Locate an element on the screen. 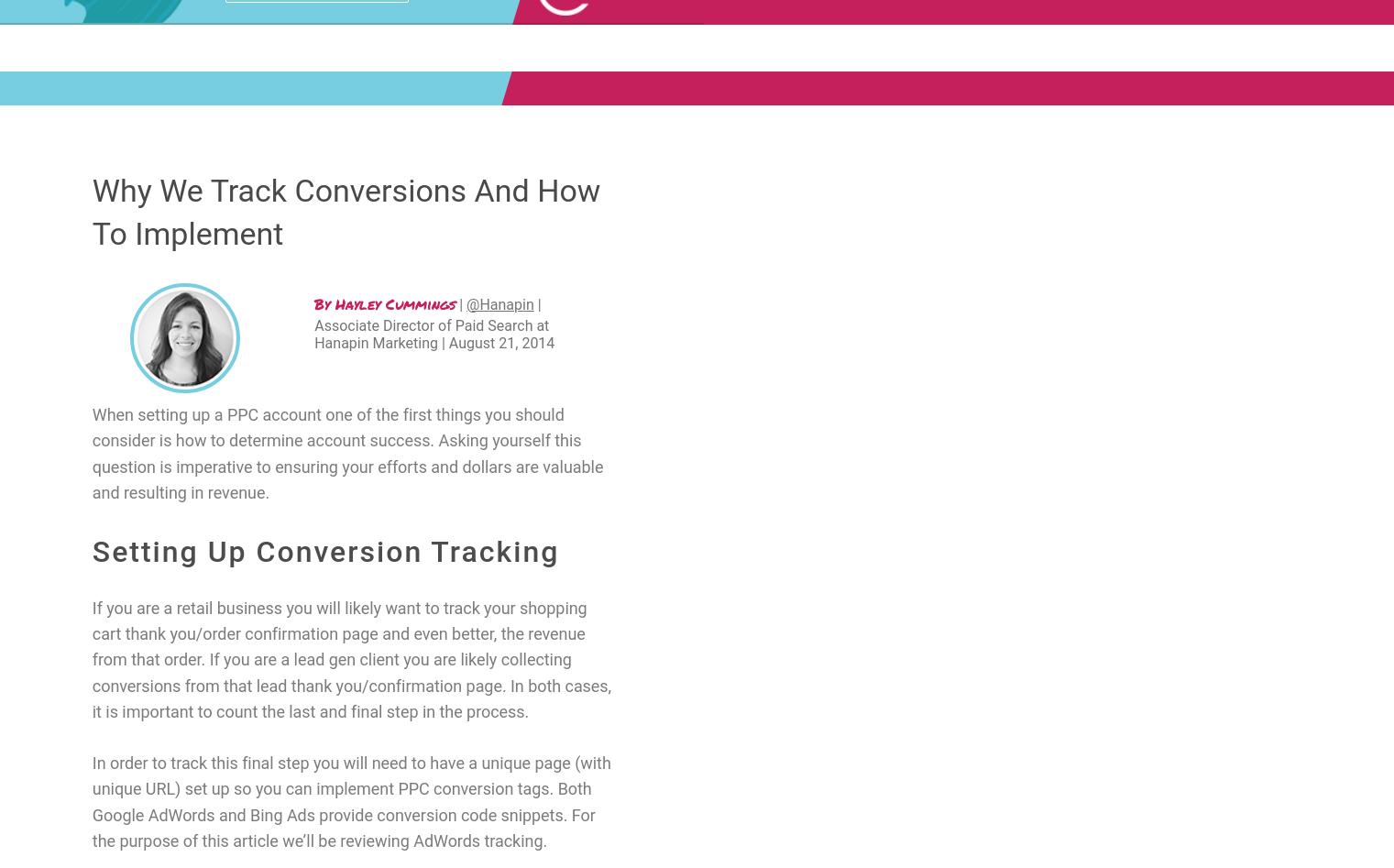 The image size is (1394, 868). 'Setting Up Conversion Tracking' is located at coordinates (324, 550).